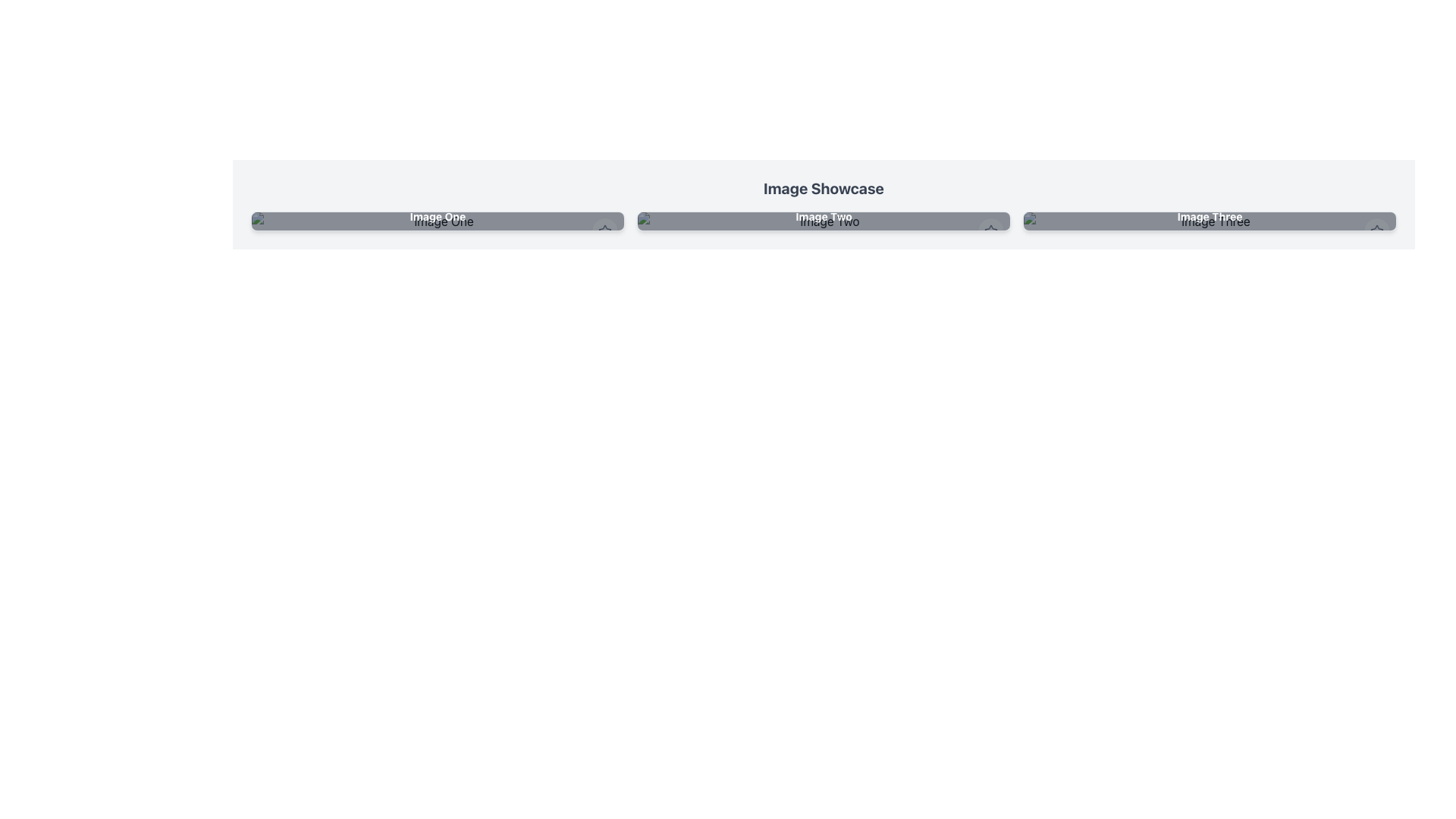  What do you see at coordinates (604, 231) in the screenshot?
I see `the star icon located in the upper-right corner of the 'Image One' component, which has a rounded design and a gray outline within a circular white background` at bounding box center [604, 231].